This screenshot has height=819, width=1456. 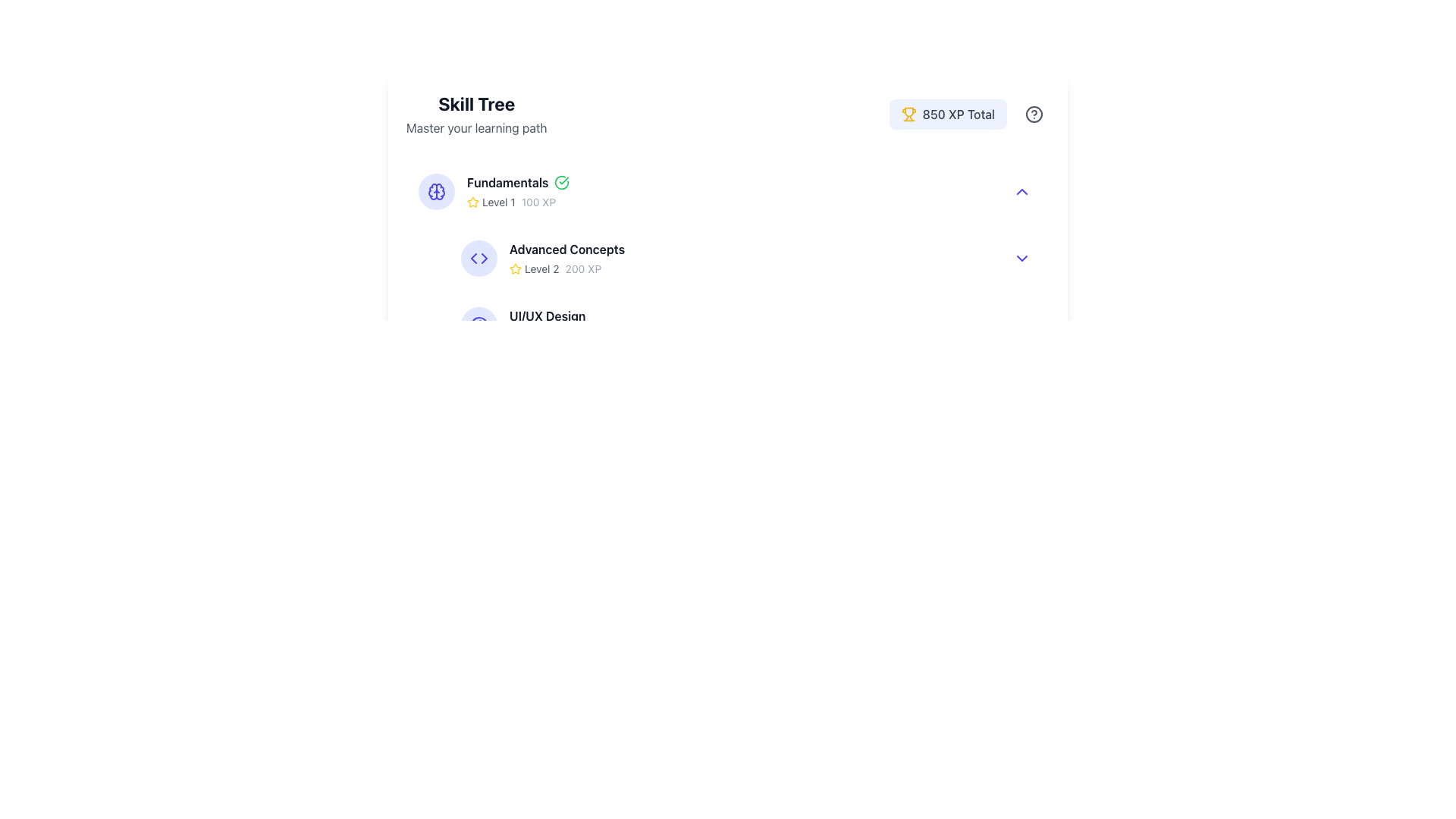 What do you see at coordinates (1022, 191) in the screenshot?
I see `the upward-pointing chevron icon button located on the right-hand side of the row labeled 'Fundamentals Level 1 100 XP'` at bounding box center [1022, 191].